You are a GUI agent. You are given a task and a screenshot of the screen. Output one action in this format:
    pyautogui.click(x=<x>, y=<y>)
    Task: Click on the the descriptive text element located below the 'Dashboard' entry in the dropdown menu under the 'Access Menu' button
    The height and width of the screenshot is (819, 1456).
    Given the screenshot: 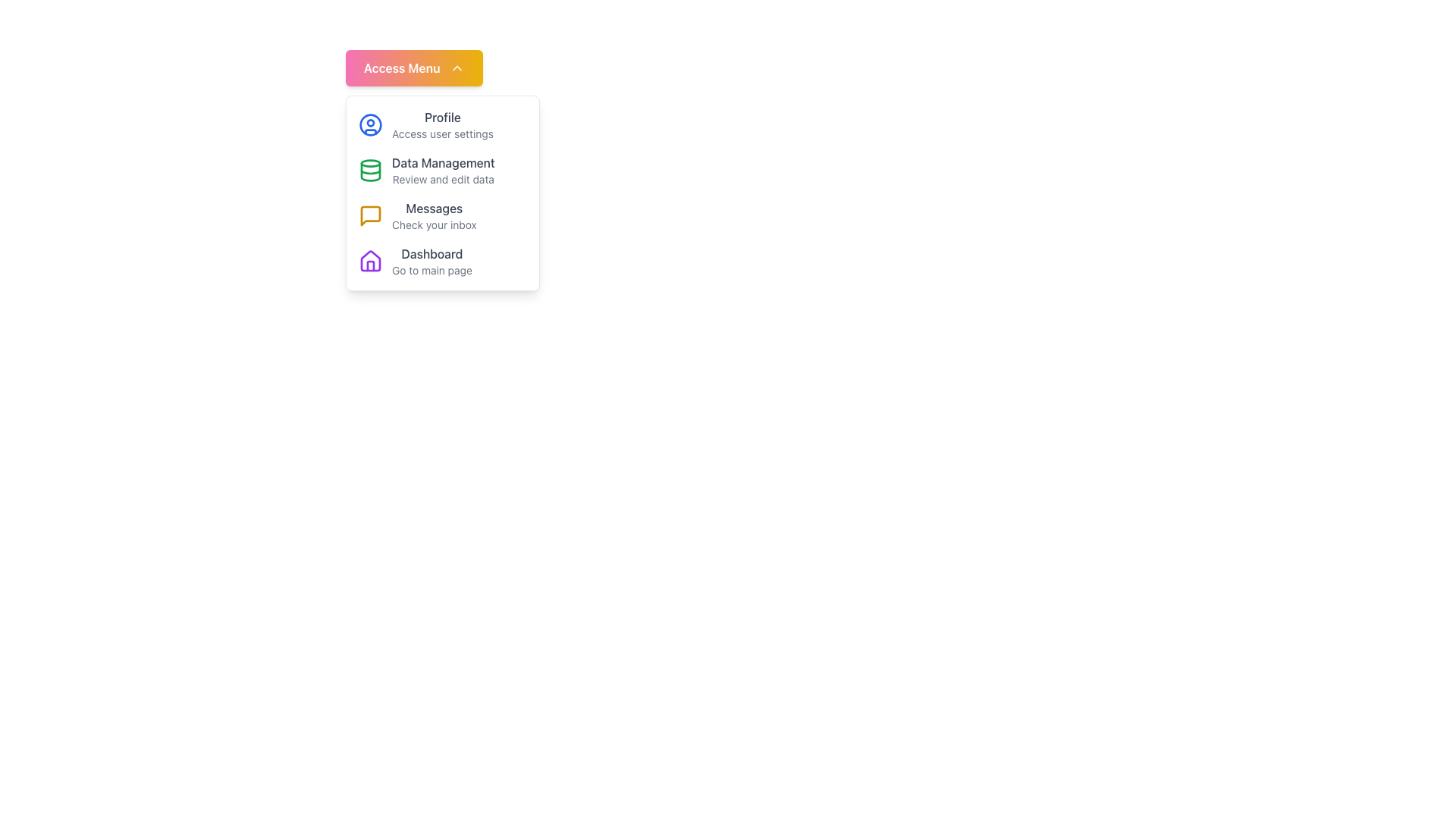 What is the action you would take?
    pyautogui.click(x=431, y=270)
    